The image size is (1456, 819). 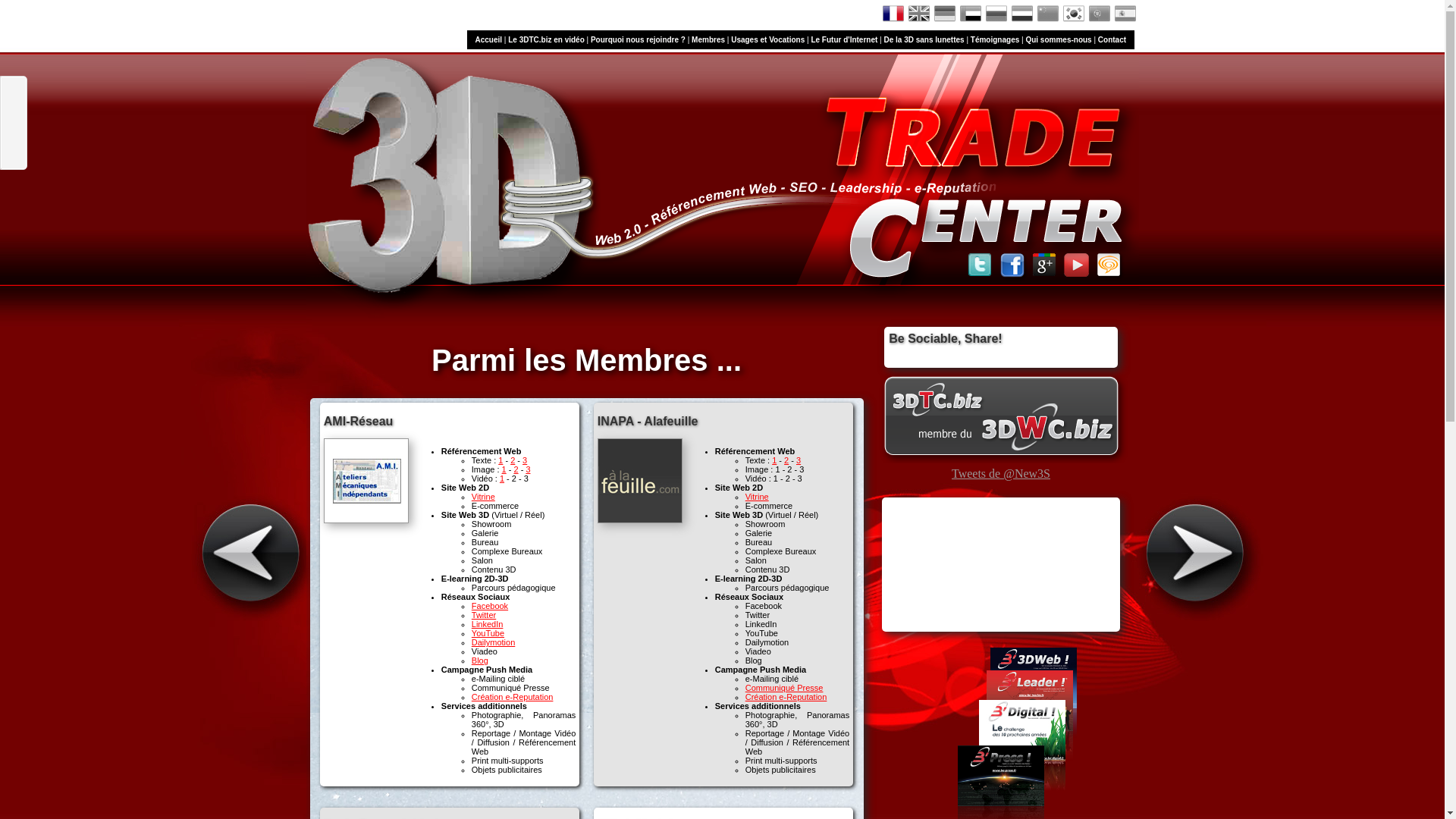 What do you see at coordinates (1201, 554) in the screenshot?
I see `'Suivant'` at bounding box center [1201, 554].